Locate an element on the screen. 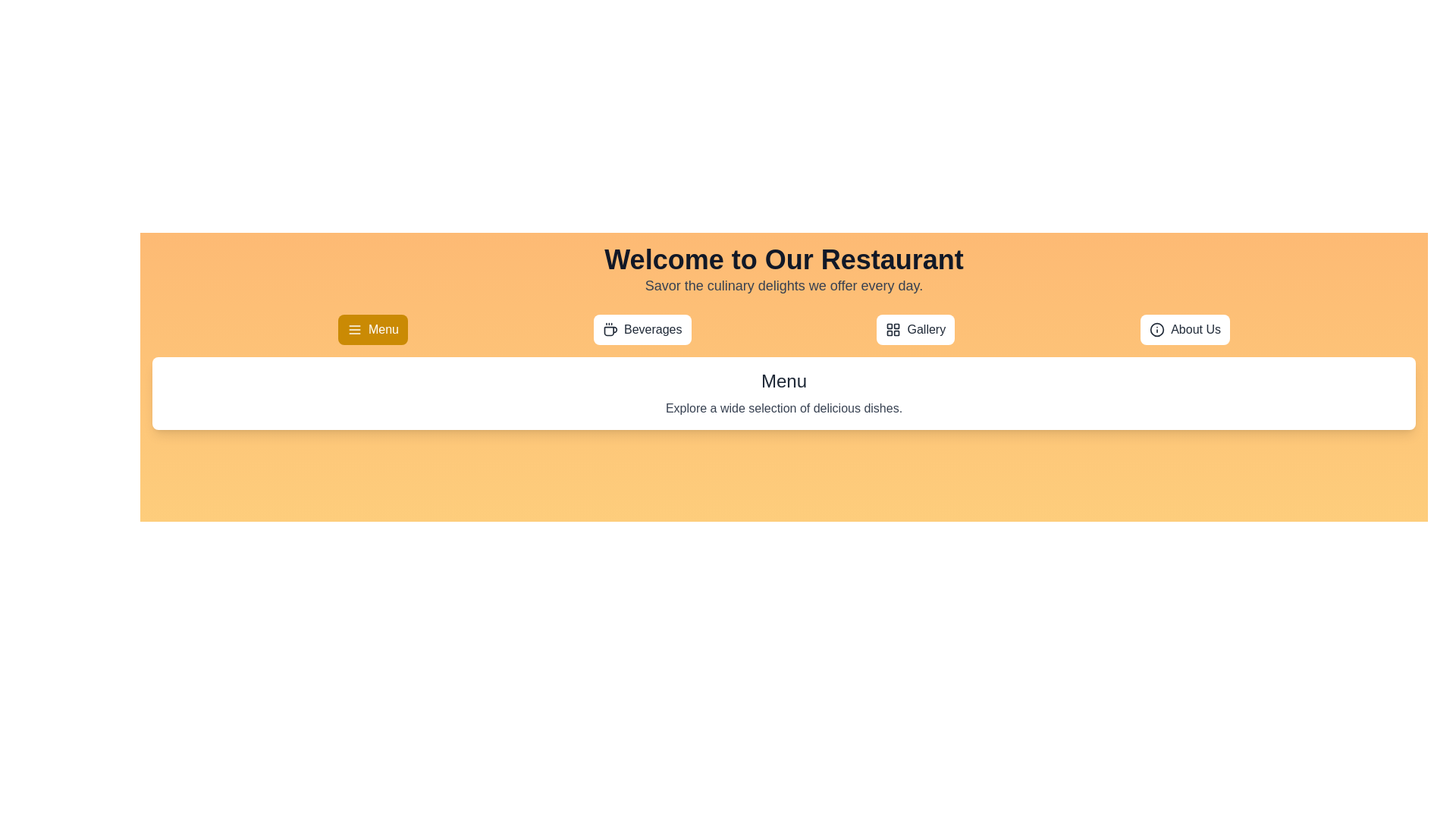 This screenshot has height=819, width=1456. the Beverages tab to view its content is located at coordinates (642, 329).